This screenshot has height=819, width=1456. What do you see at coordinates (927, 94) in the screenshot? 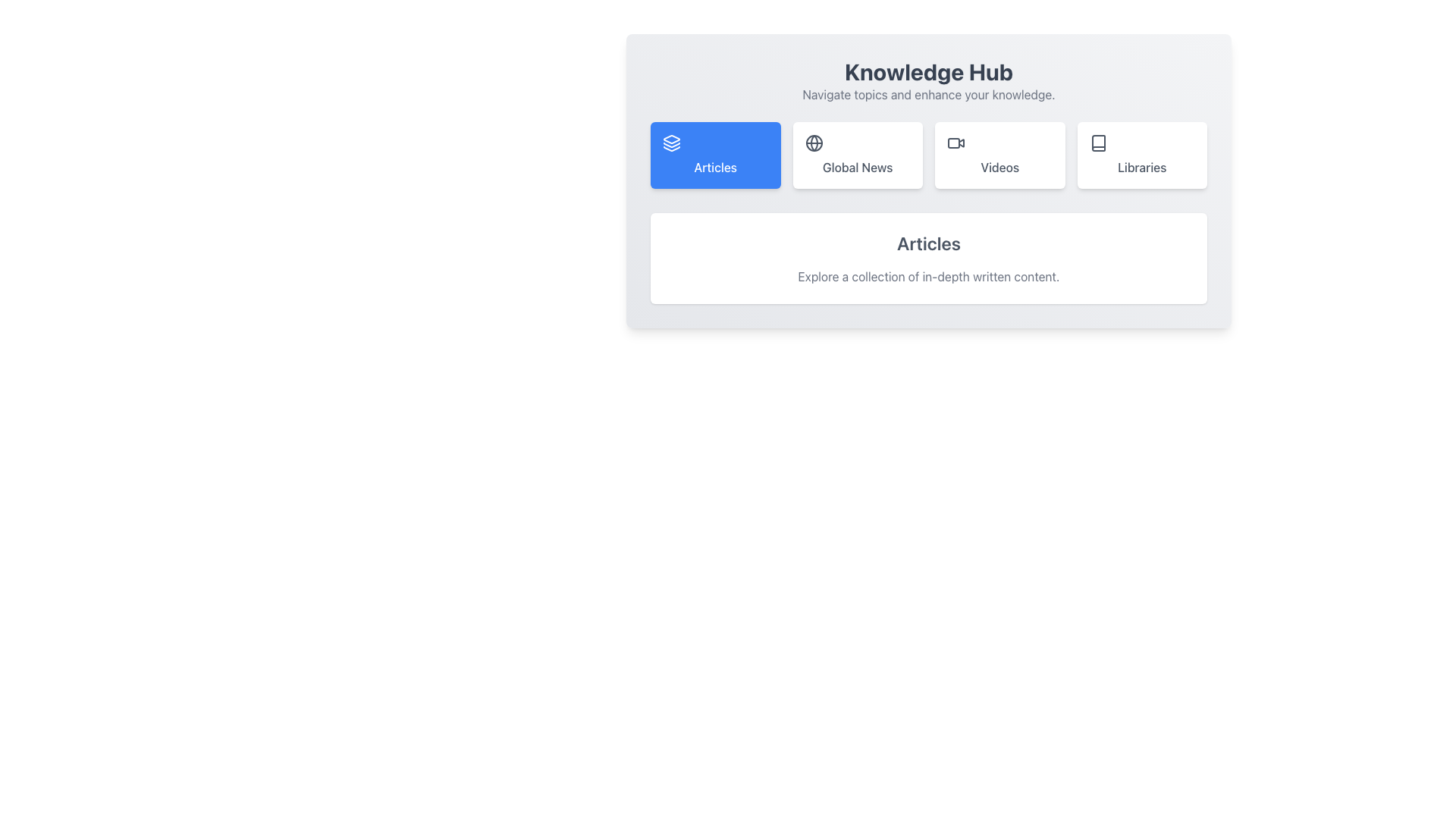
I see `the static text field that provides descriptive guidance for the 'Knowledge Hub' section, located centrally below the heading and above the category buttons` at bounding box center [927, 94].